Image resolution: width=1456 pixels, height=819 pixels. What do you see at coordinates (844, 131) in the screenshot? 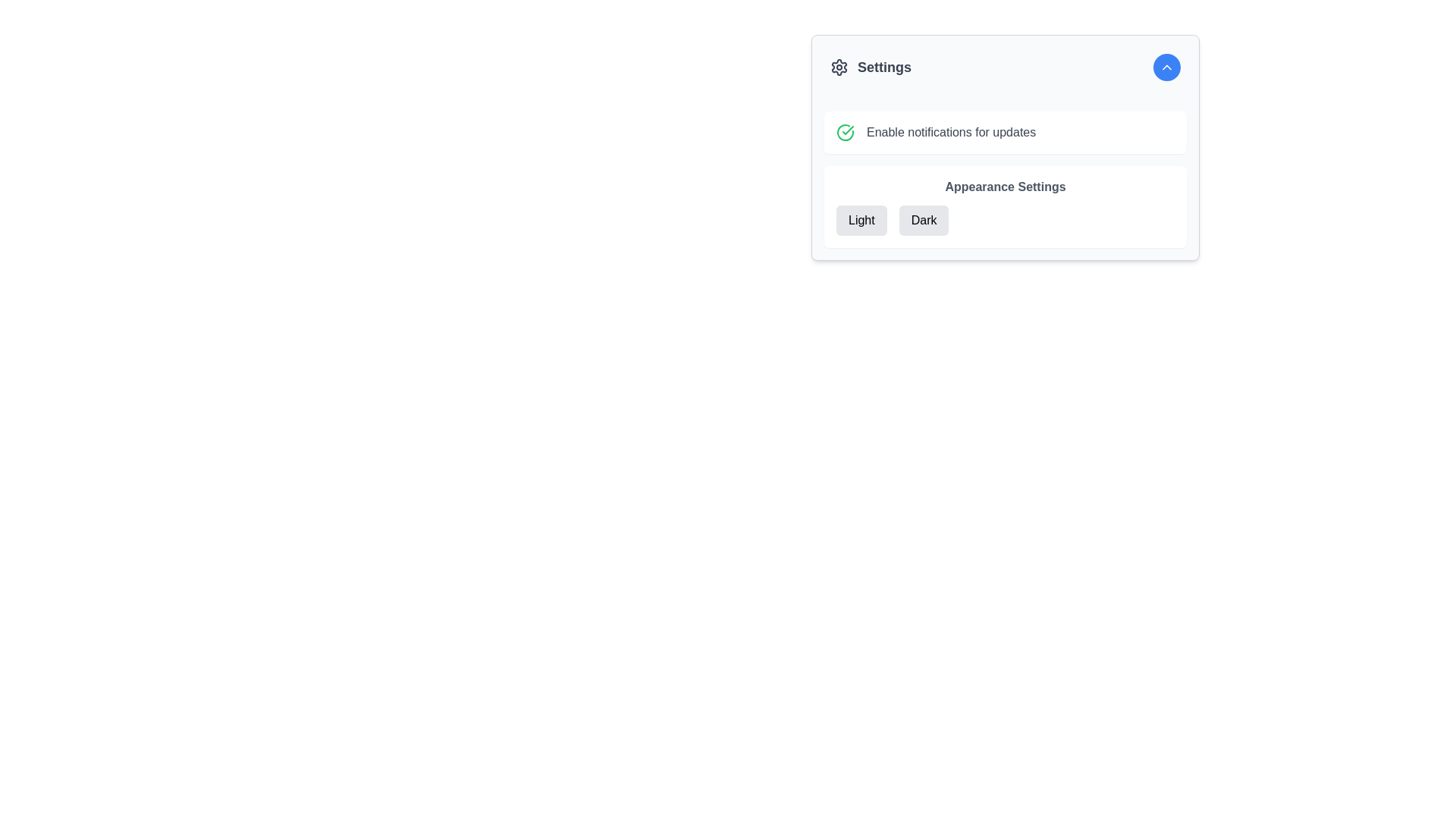
I see `the circular green icon with a checkmark, located to the left of the descriptive text under 'Enable notifications for updates'` at bounding box center [844, 131].